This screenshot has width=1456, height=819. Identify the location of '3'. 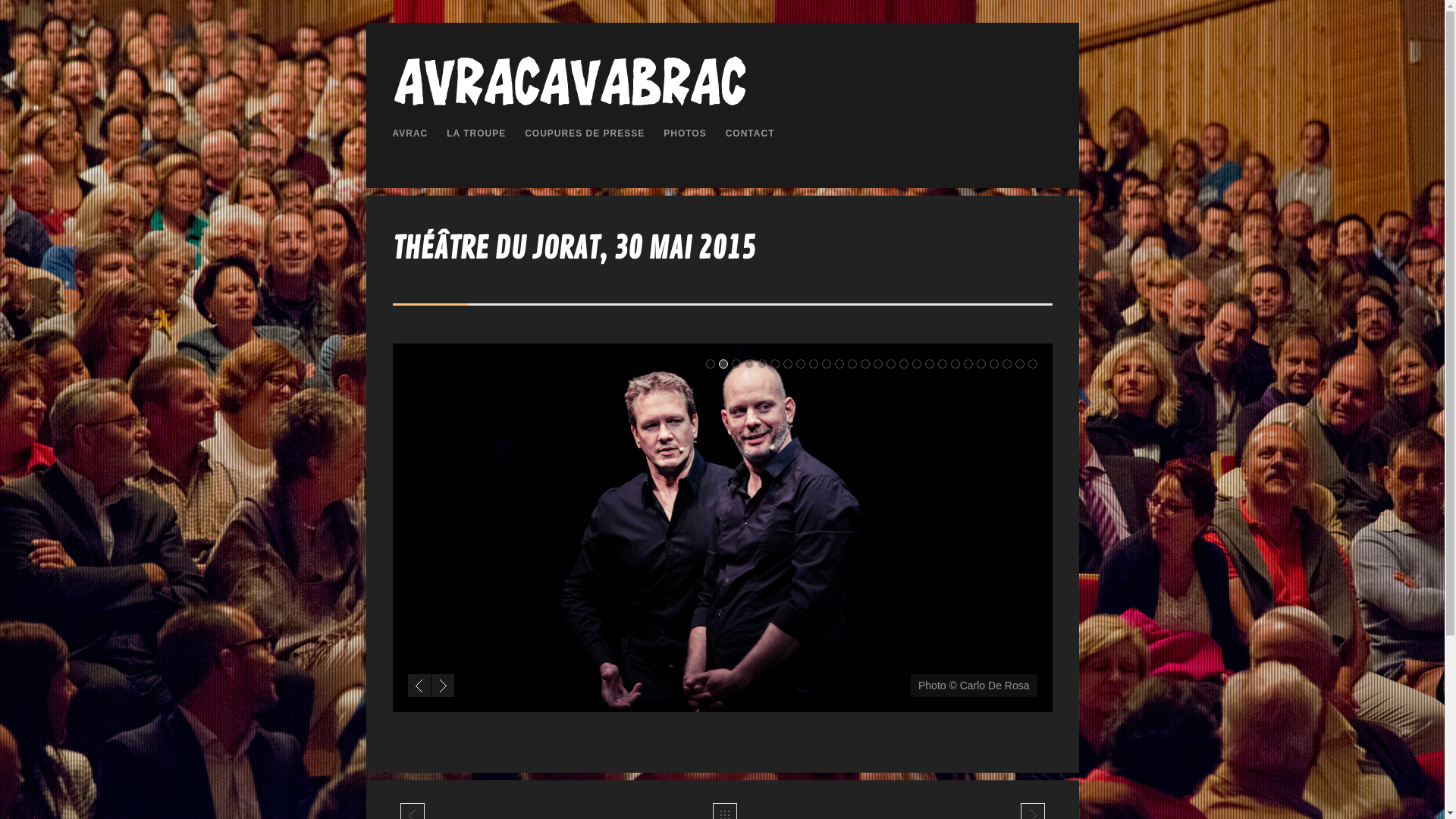
(735, 363).